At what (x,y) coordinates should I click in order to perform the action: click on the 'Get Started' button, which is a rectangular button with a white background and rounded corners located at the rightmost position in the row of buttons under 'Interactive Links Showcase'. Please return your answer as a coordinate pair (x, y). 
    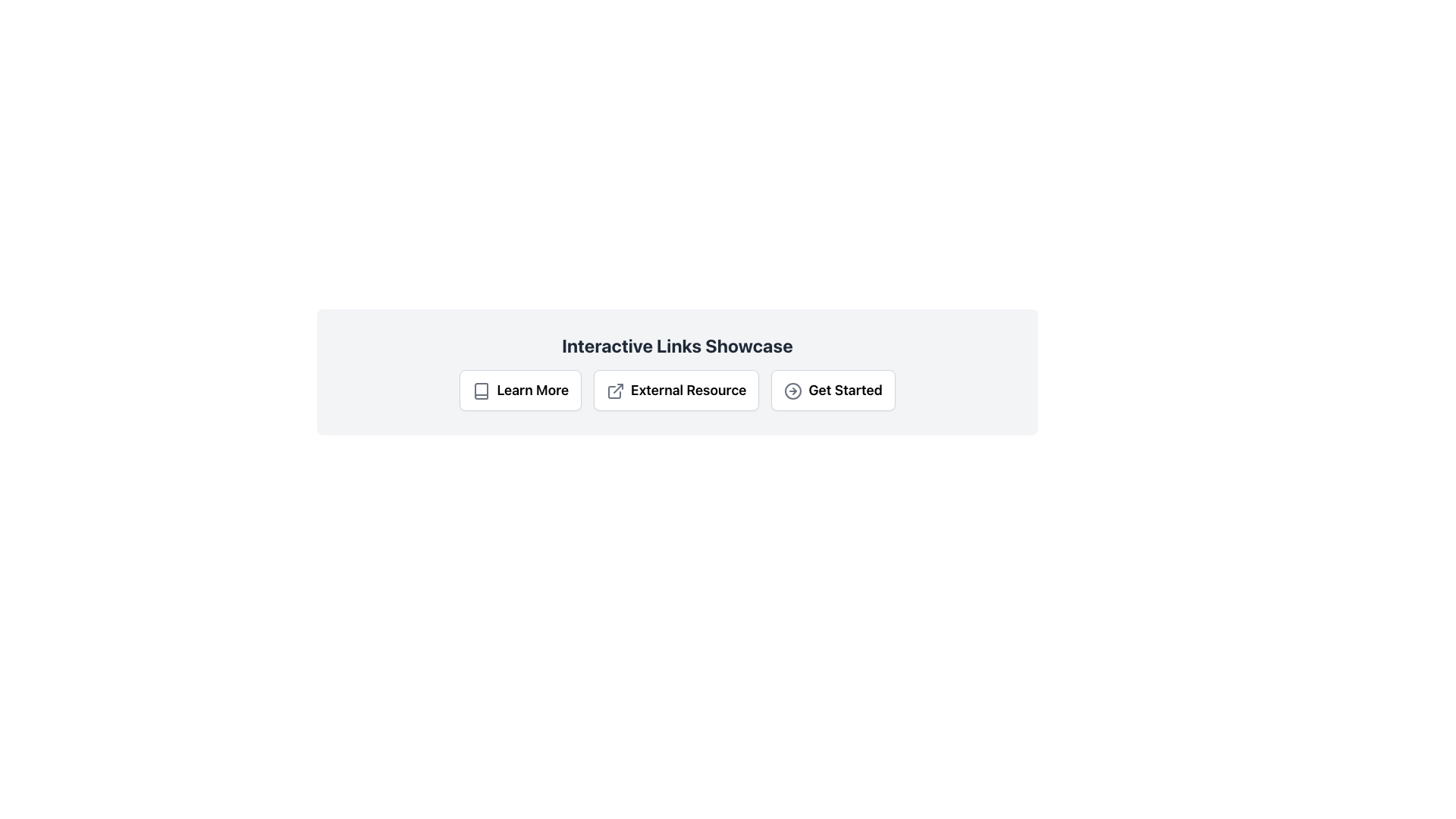
    Looking at the image, I should click on (833, 390).